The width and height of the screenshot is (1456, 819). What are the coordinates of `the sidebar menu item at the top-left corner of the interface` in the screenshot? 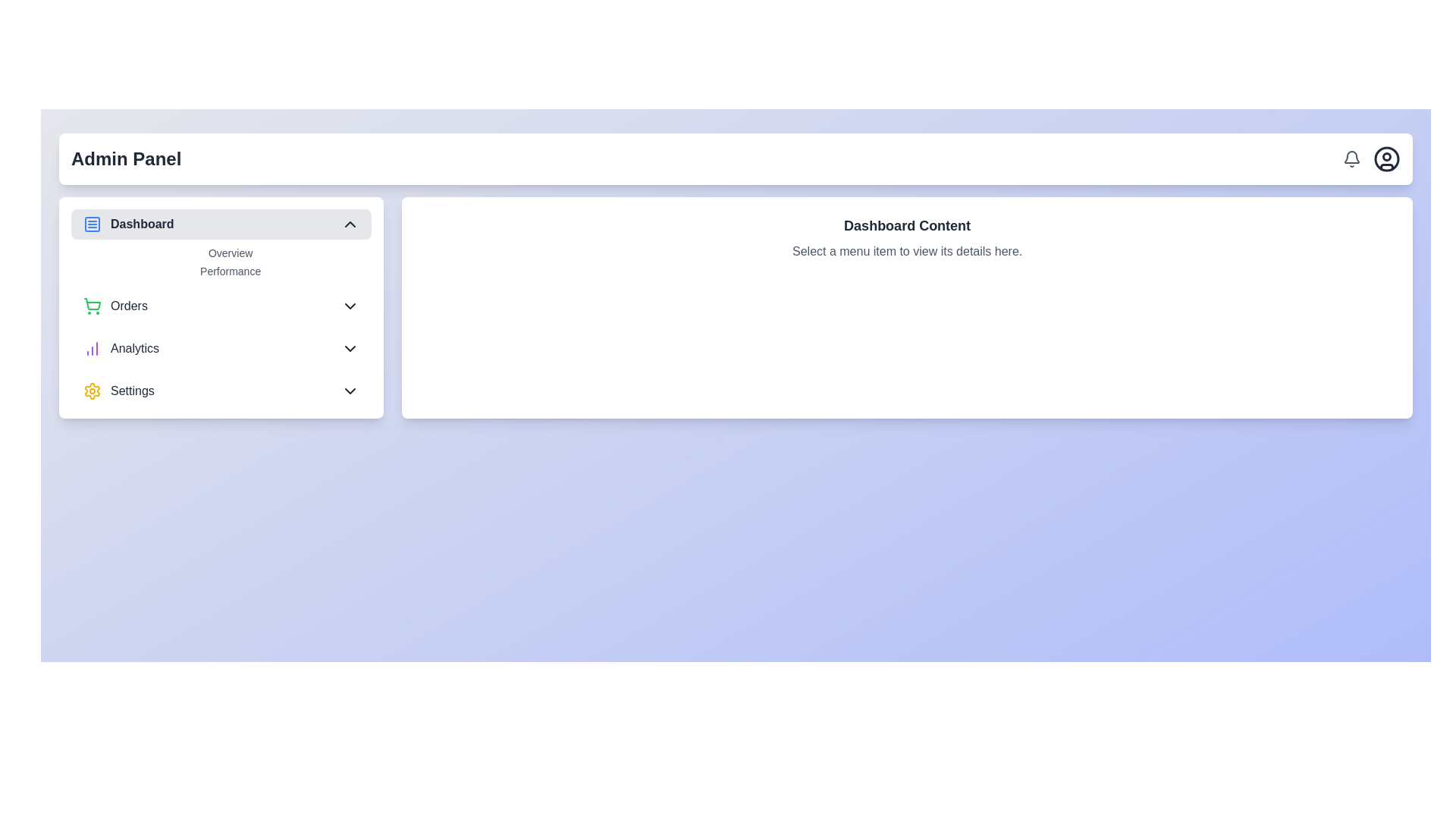 It's located at (221, 224).